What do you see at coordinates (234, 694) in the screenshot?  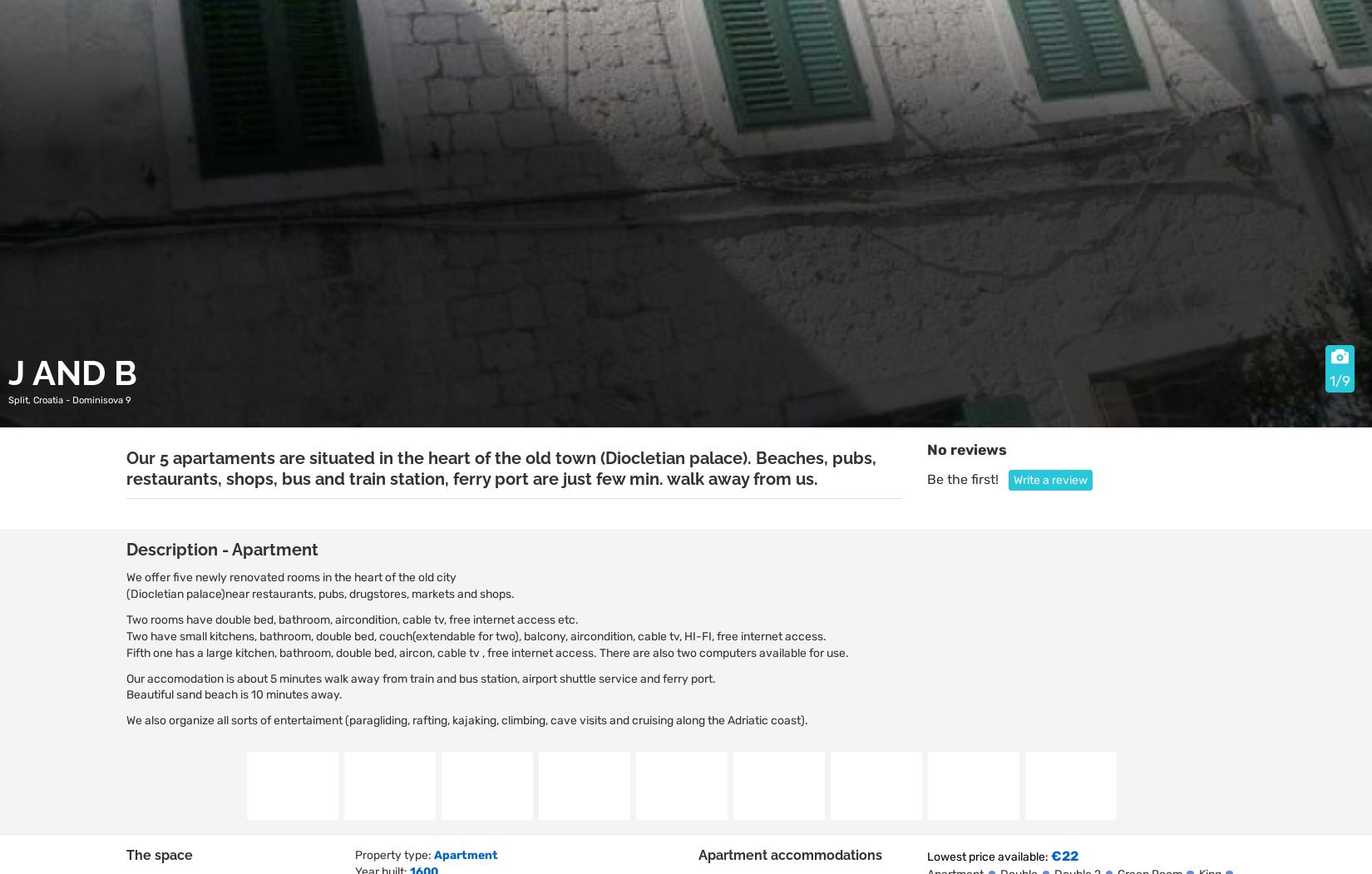 I see `'Beautiful sand beach is 10 minutes away.'` at bounding box center [234, 694].